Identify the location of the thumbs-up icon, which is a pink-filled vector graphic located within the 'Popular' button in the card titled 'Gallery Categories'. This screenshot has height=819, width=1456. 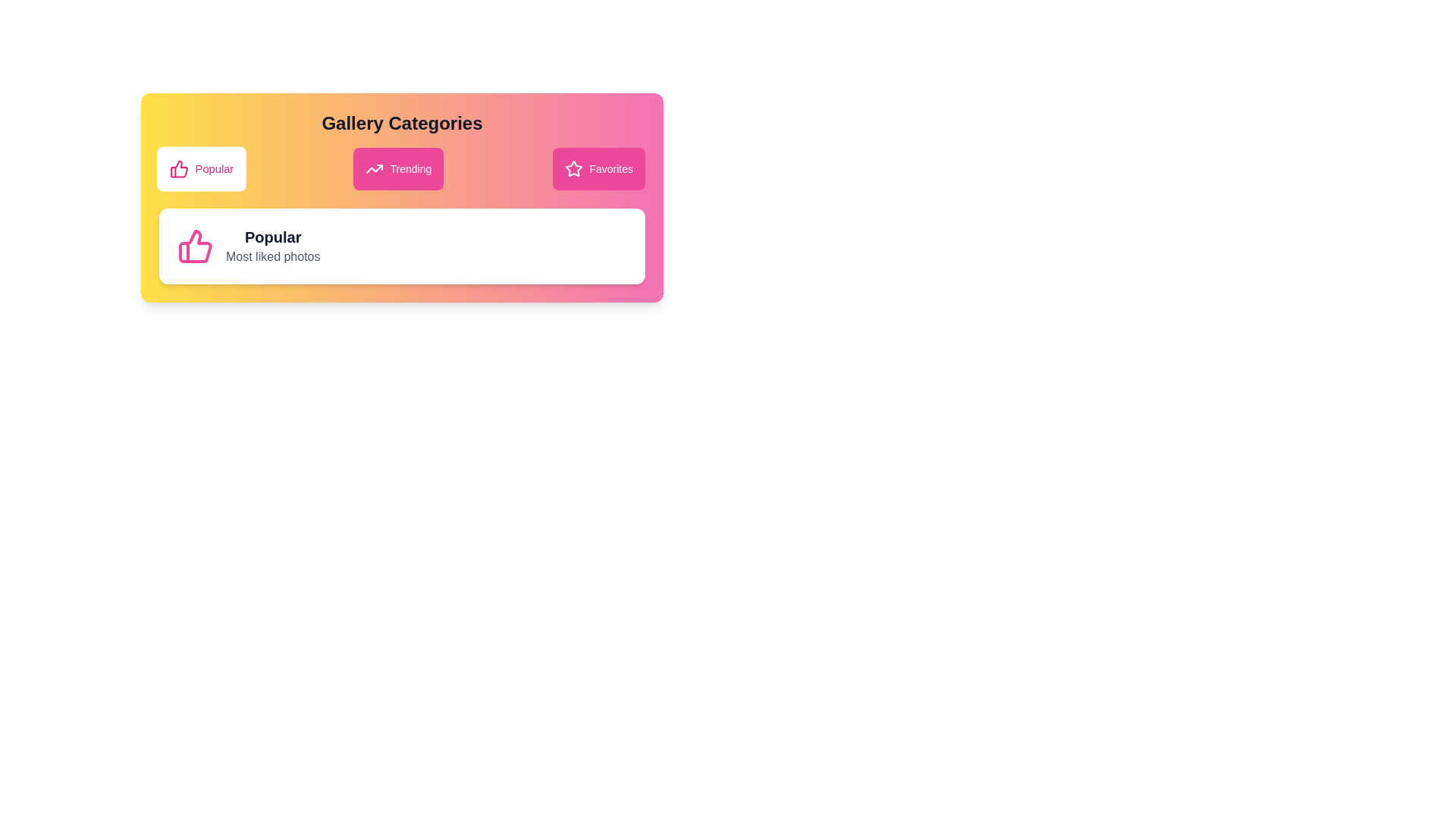
(194, 245).